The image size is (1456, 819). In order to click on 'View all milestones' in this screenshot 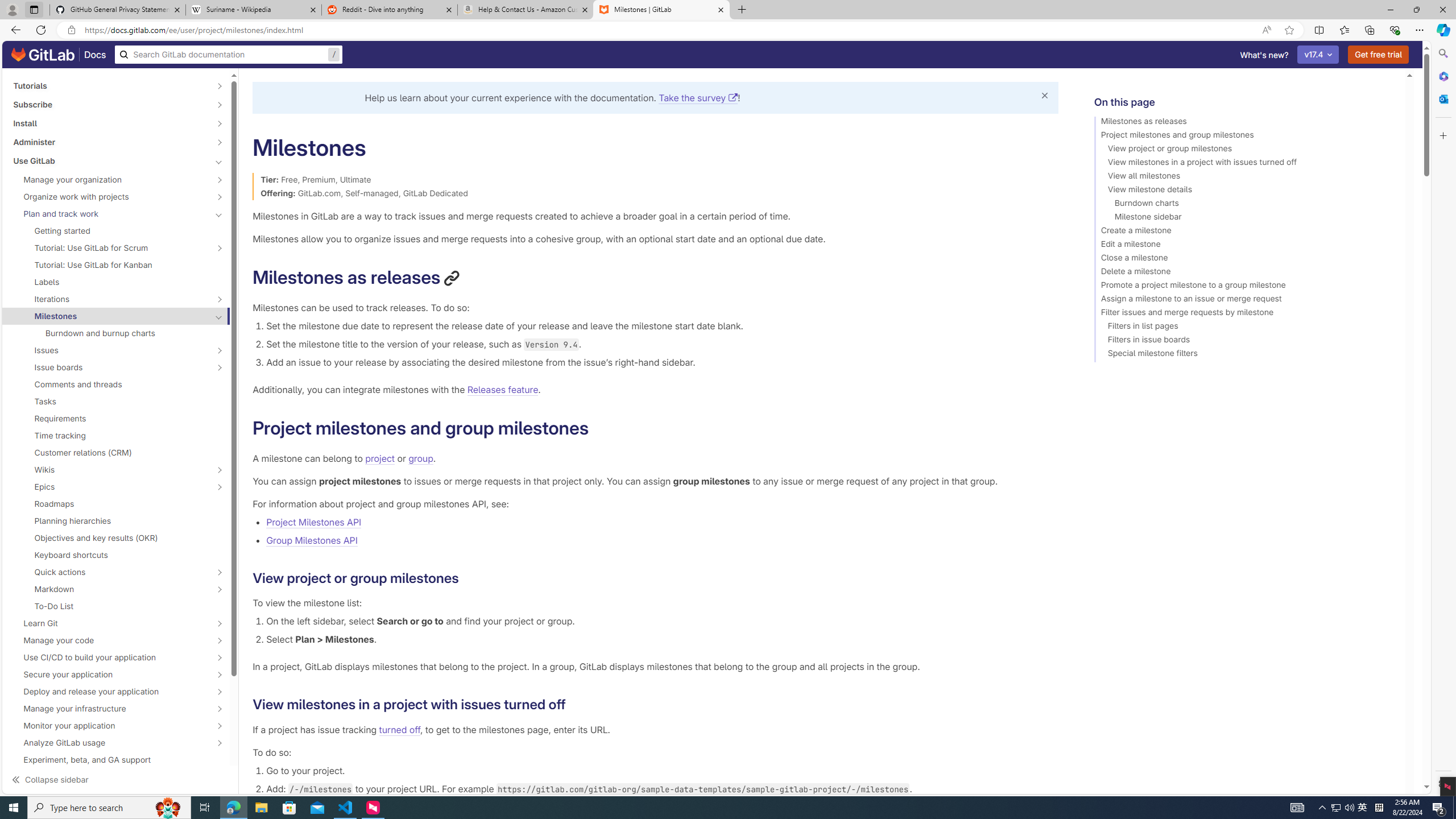, I will do `click(1244, 177)`.